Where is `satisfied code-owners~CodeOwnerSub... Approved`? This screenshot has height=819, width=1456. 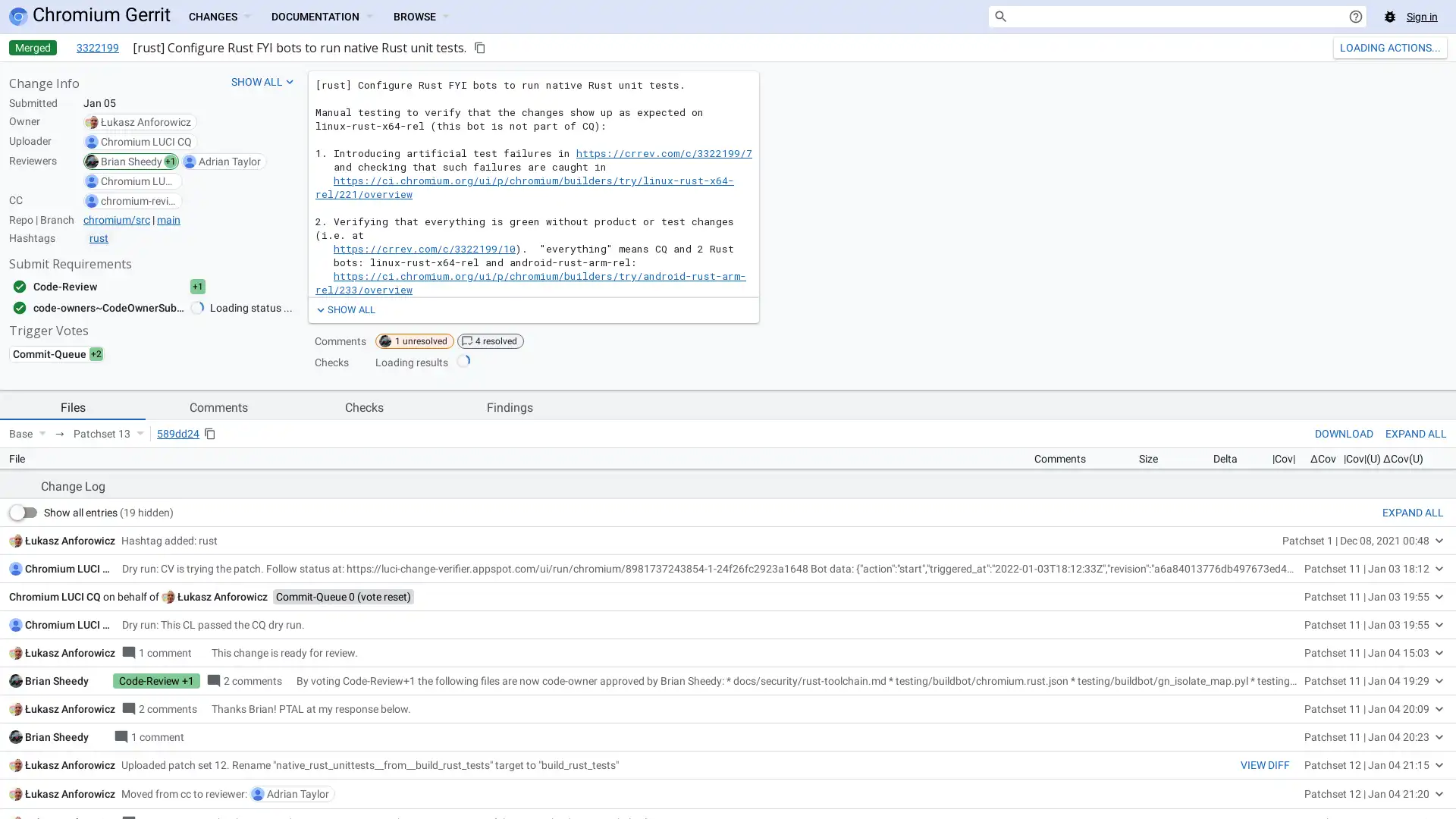 satisfied code-owners~CodeOwnerSub... Approved is located at coordinates (124, 307).